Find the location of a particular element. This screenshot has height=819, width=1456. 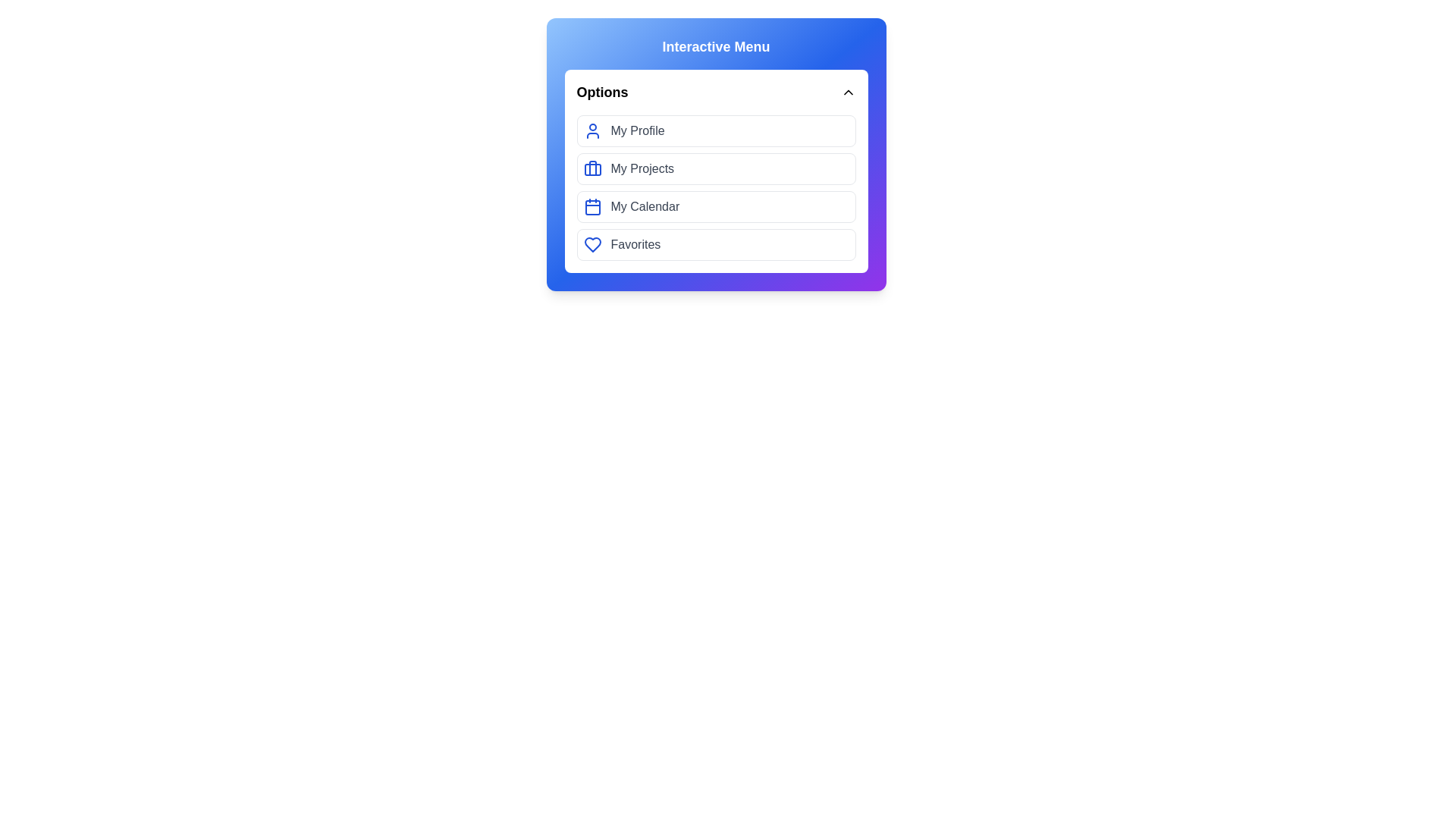

the 'Favorites' text label, which is styled in gray and positioned to the right of a heart-shaped icon in the bottom-most entry of a menu with four options is located at coordinates (635, 244).